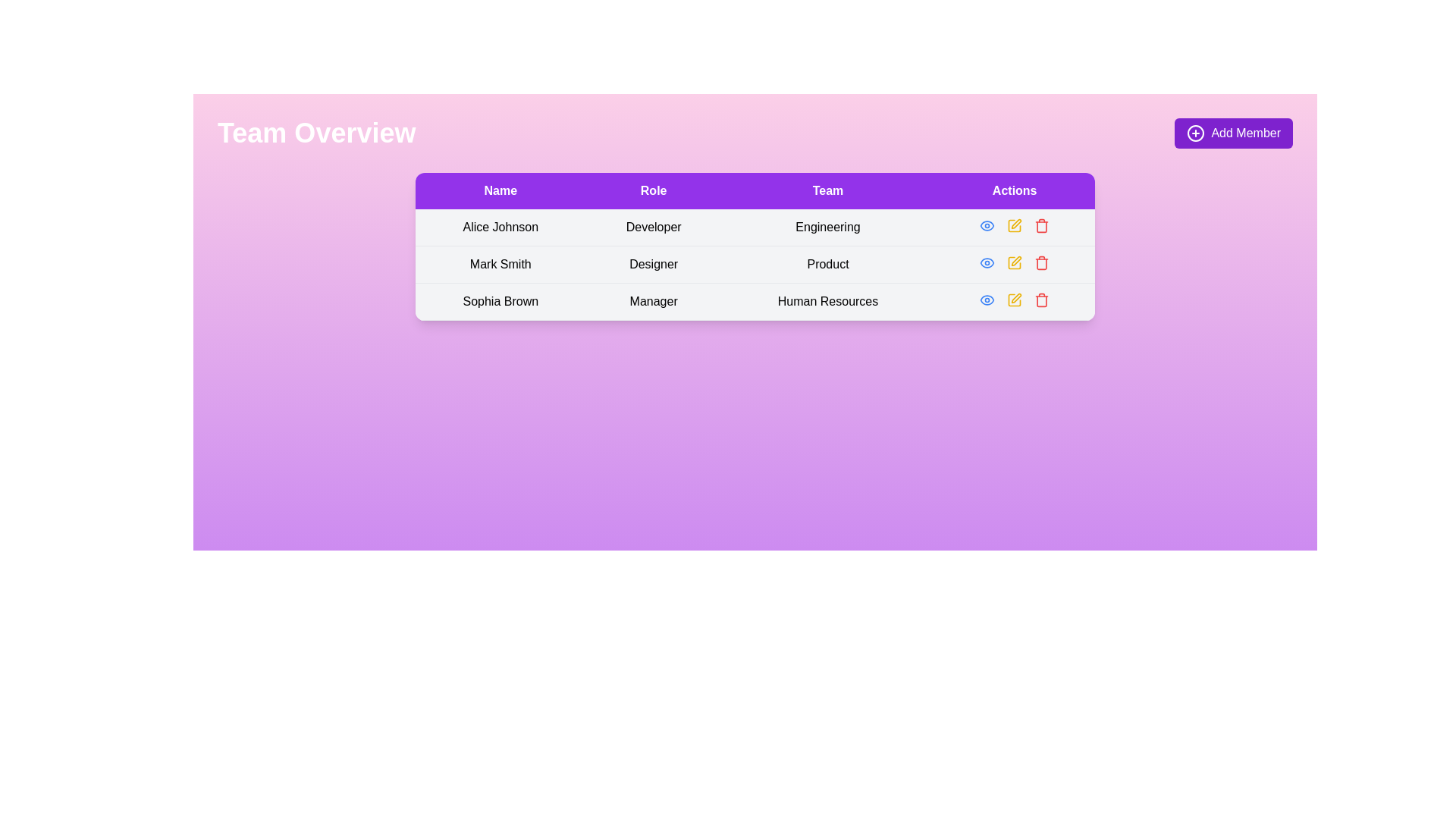  I want to click on the edit icon in the 'Actions' column for the entry corresponding to 'Mark Smith', so click(1015, 225).